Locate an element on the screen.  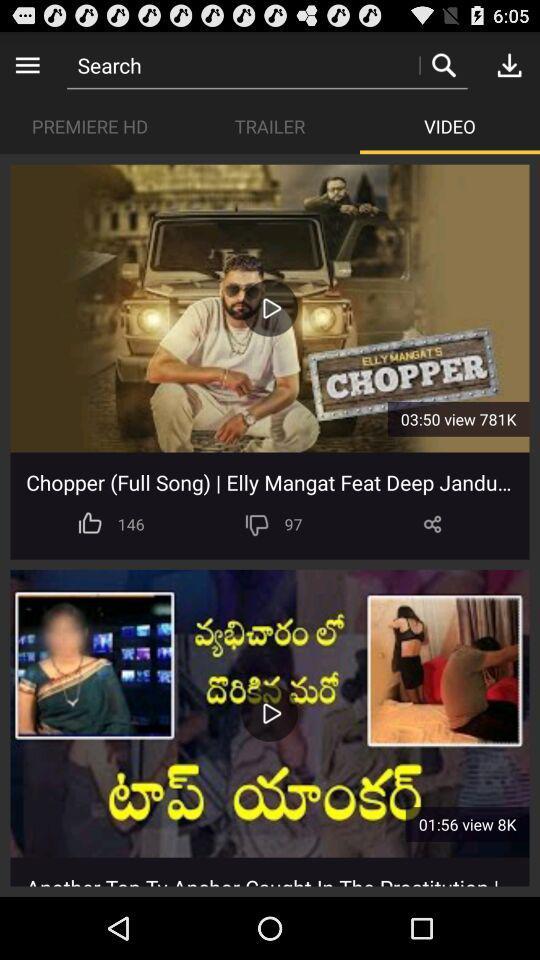
the app next to the video app is located at coordinates (270, 125).